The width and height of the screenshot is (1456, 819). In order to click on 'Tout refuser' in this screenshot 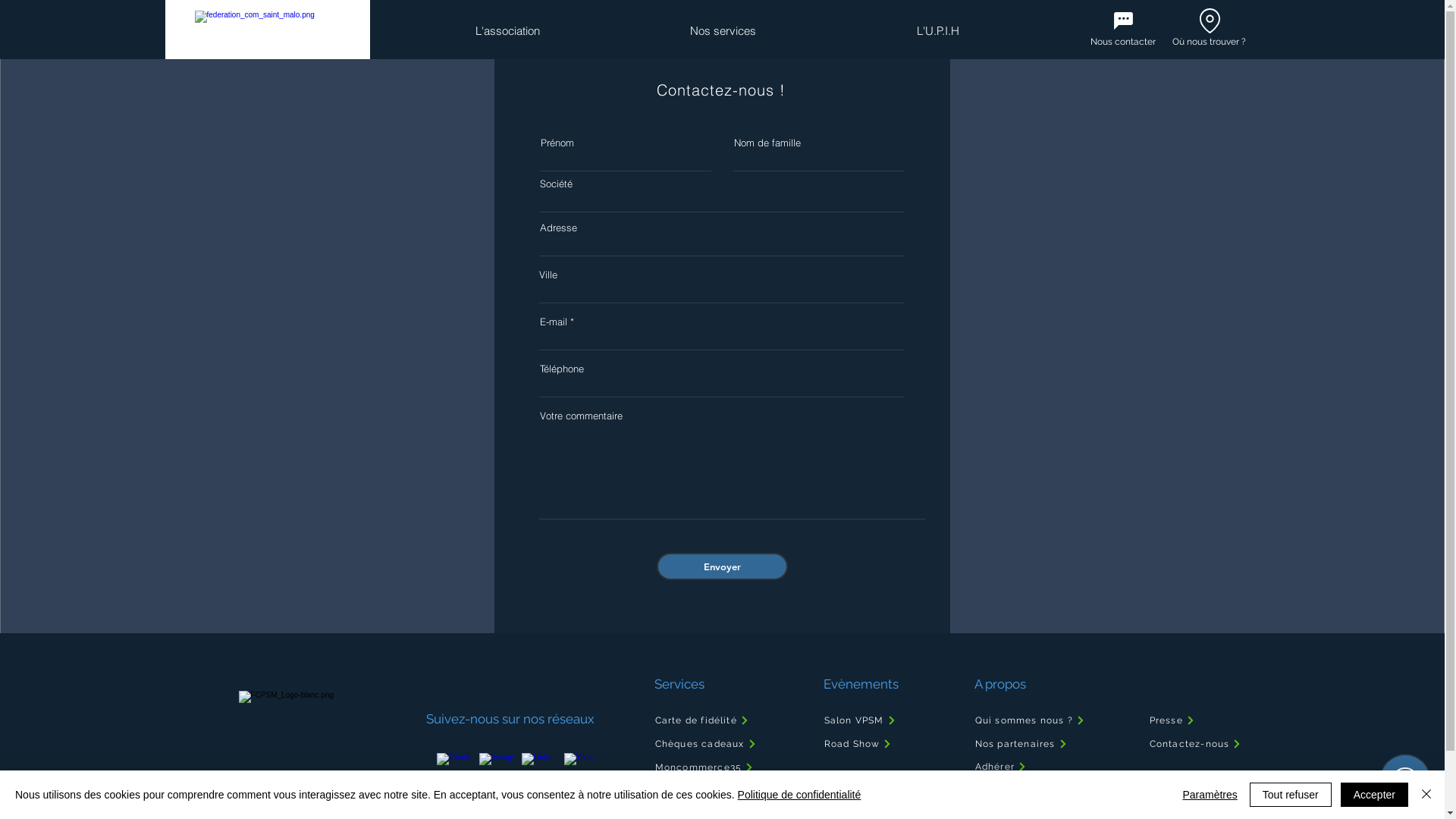, I will do `click(1290, 794)`.